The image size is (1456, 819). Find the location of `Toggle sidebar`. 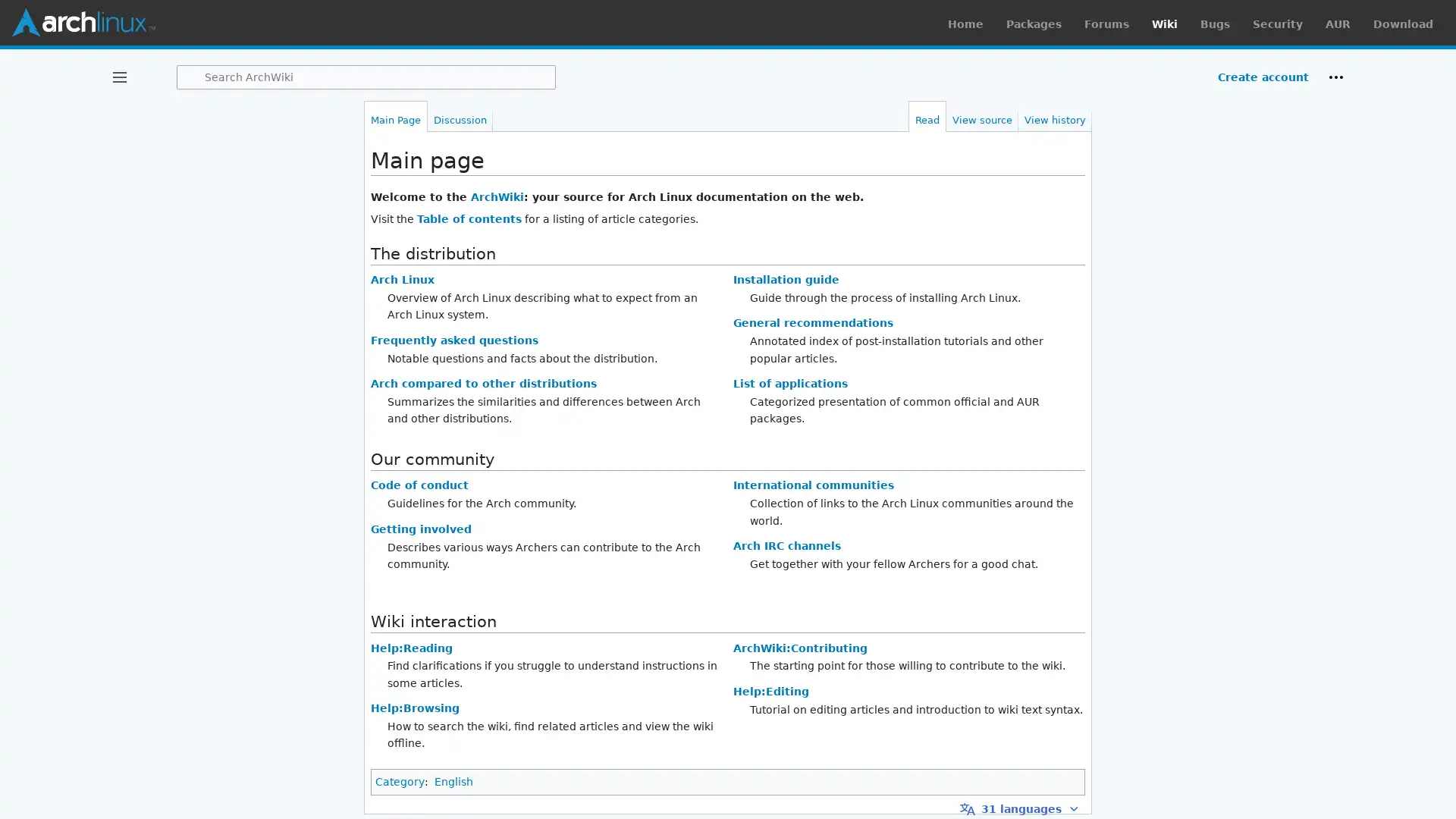

Toggle sidebar is located at coordinates (119, 77).